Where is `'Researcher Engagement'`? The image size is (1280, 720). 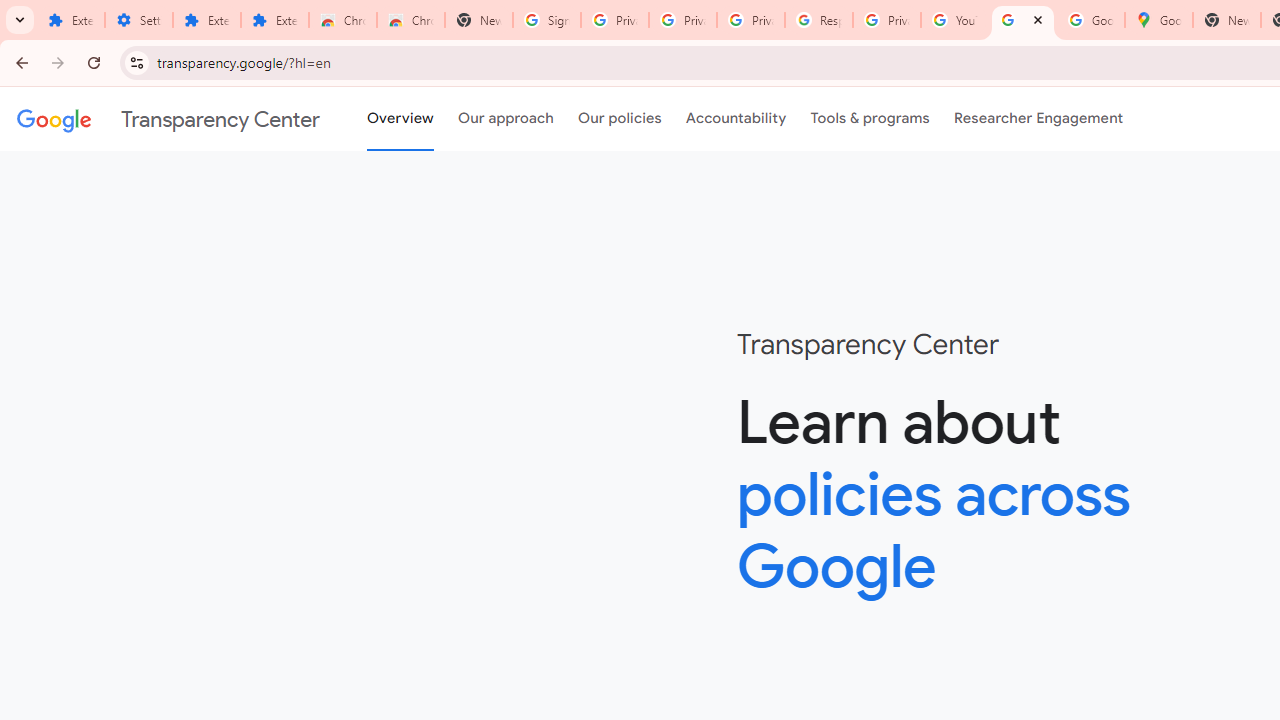 'Researcher Engagement' is located at coordinates (1038, 119).